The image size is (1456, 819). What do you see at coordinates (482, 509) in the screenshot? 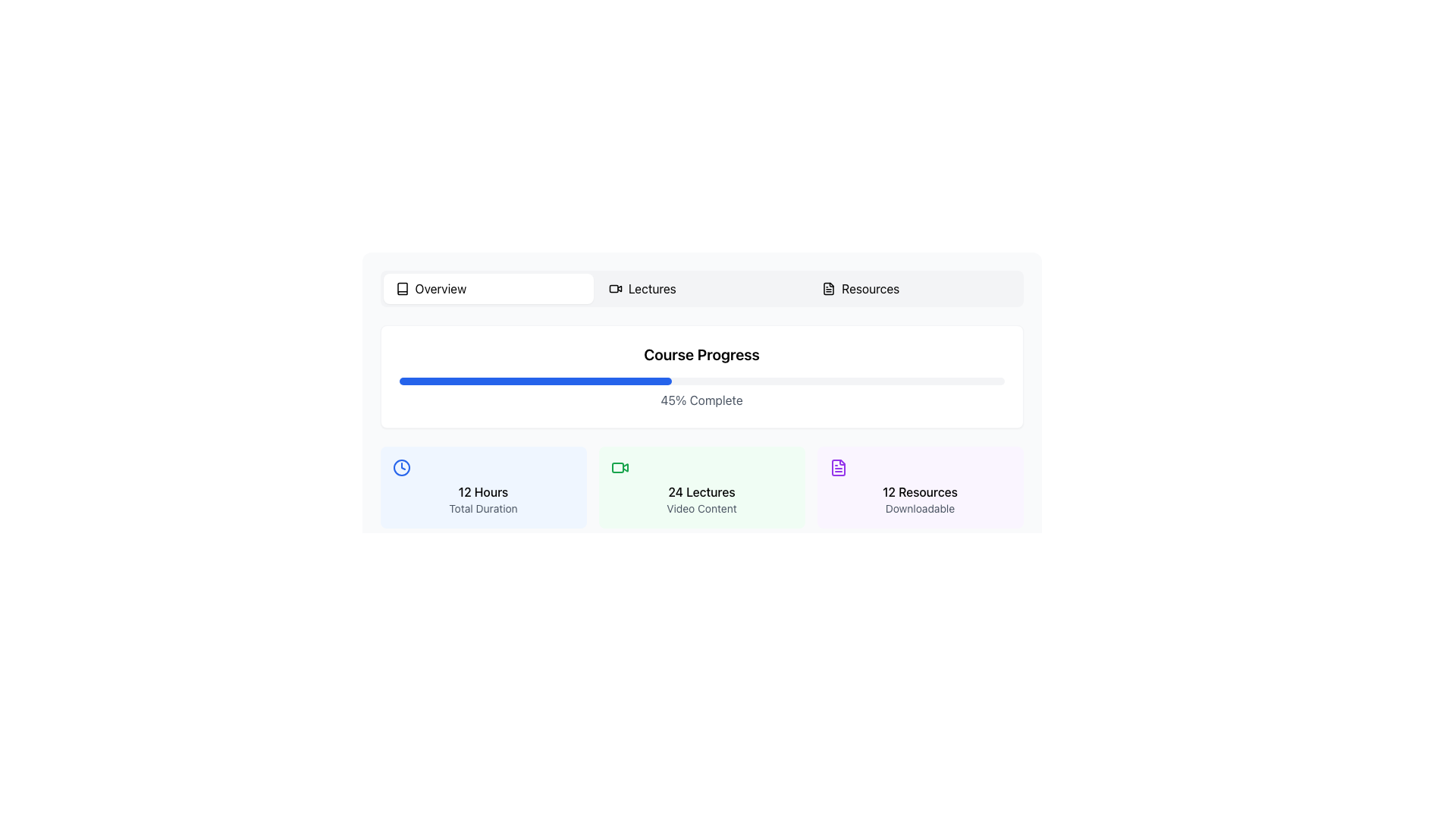
I see `the textual label displaying 'Total Duration' located below the '12 Hours' text in a blue-background box` at bounding box center [482, 509].